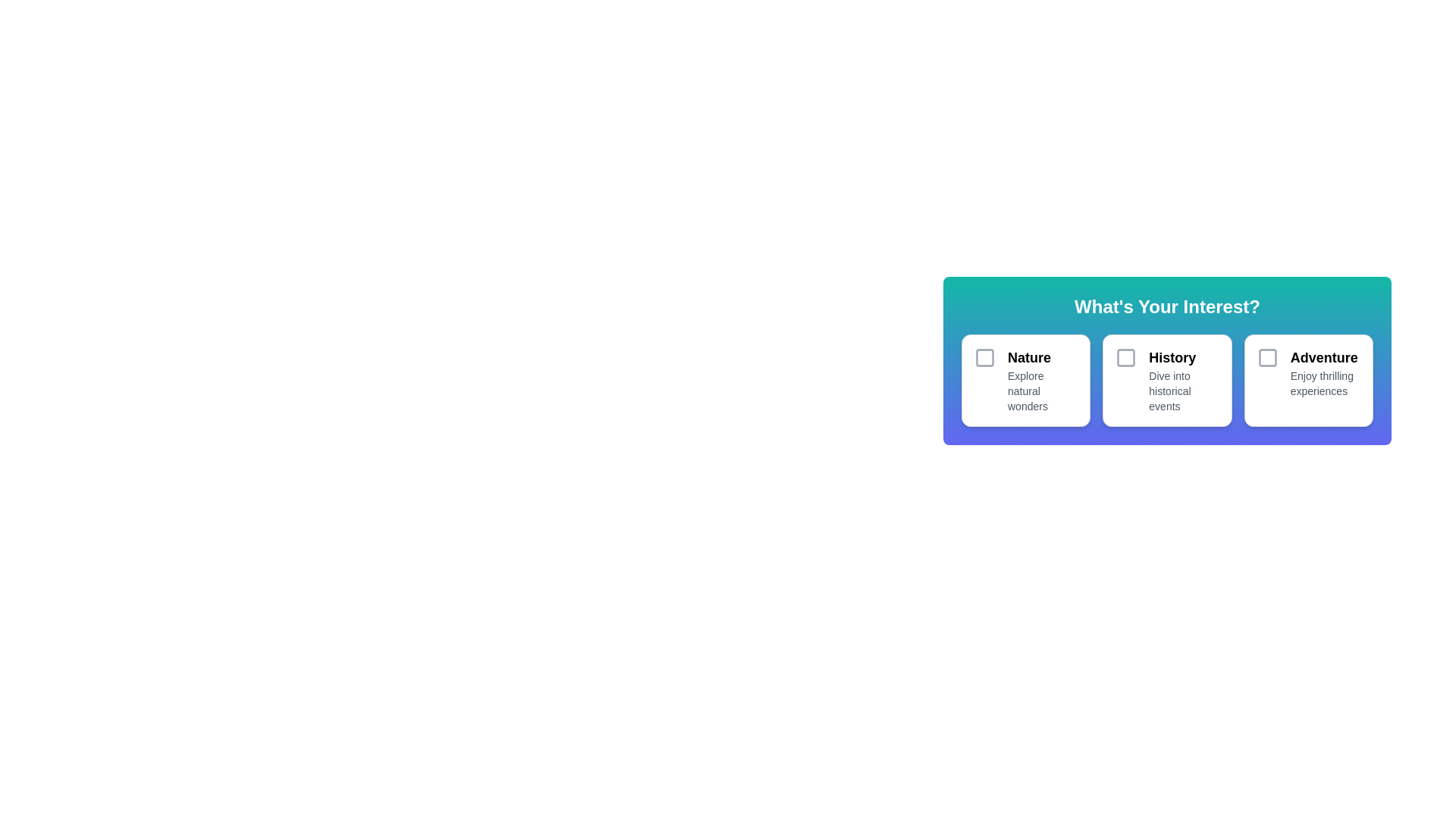  I want to click on the checkbox on the third selectable card in the grid, so click(1307, 379).